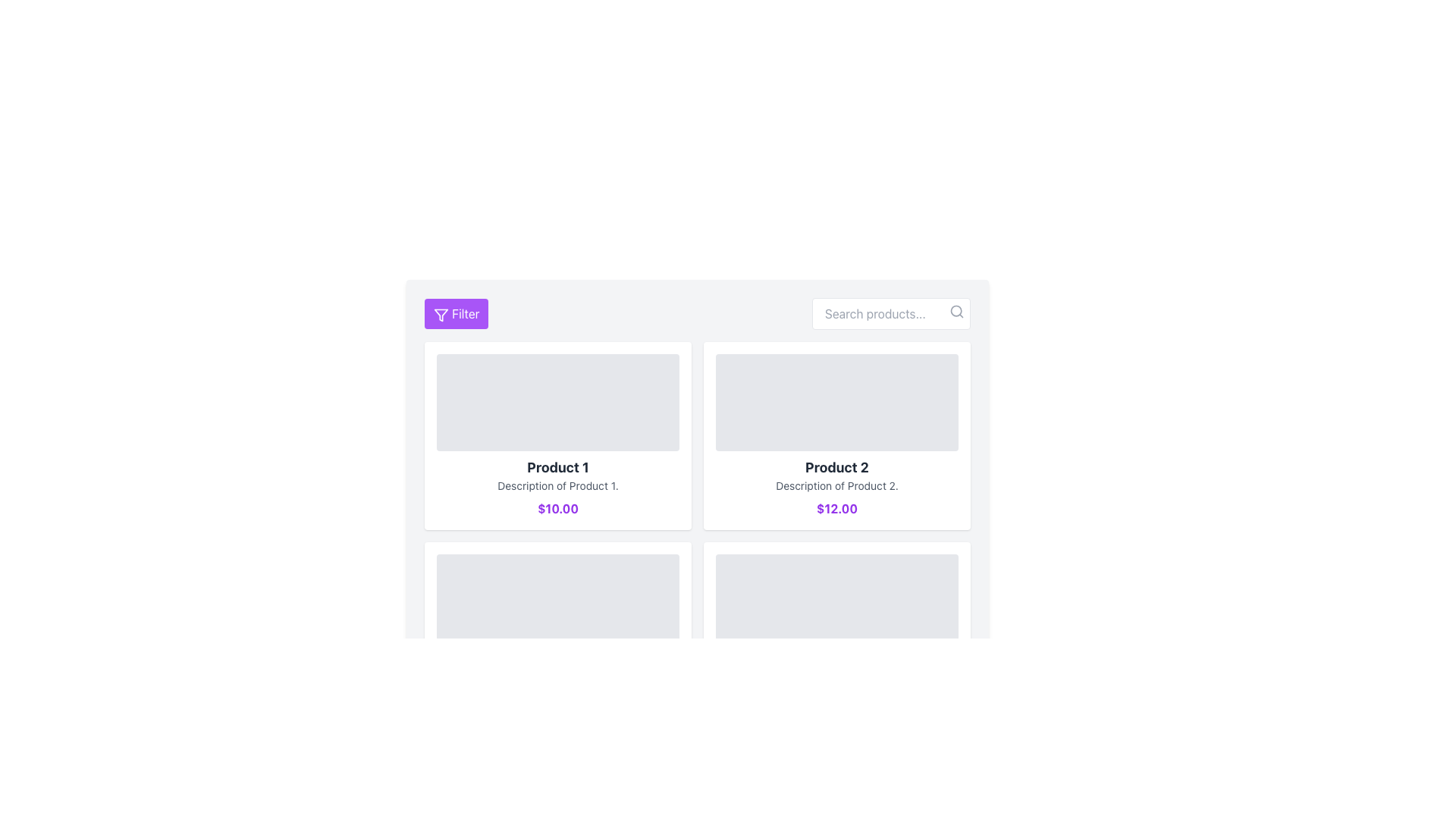 This screenshot has width=1456, height=819. I want to click on the descriptive text label providing details about 'Product 2', located below the title and above the price '$12.00' in the second product card of the grid, so click(836, 485).